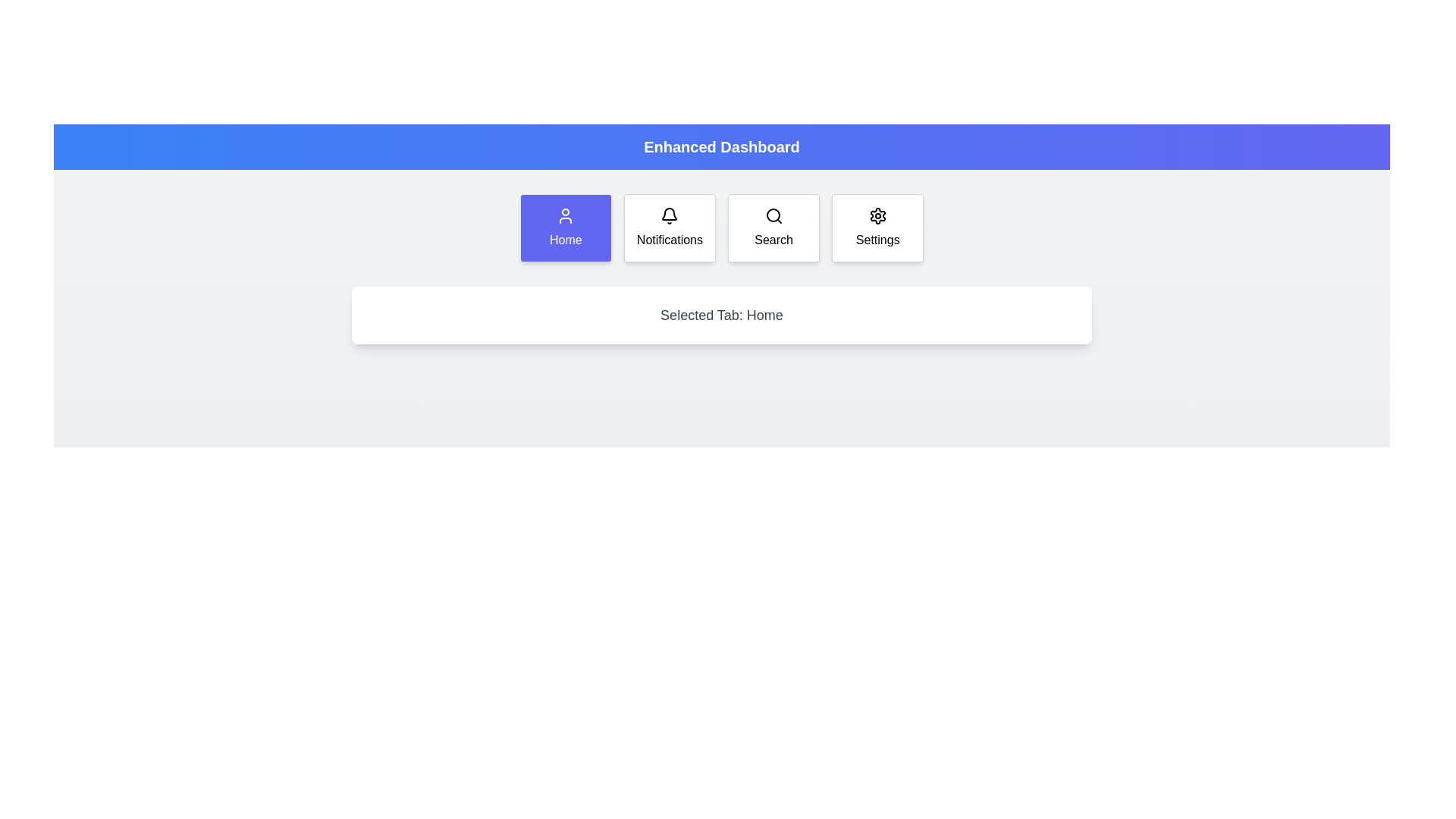 This screenshot has width=1456, height=819. Describe the element at coordinates (669, 227) in the screenshot. I see `the 'Notifications' button, which features a black bell icon above the text 'Notifications', to trigger visual feedback` at that location.